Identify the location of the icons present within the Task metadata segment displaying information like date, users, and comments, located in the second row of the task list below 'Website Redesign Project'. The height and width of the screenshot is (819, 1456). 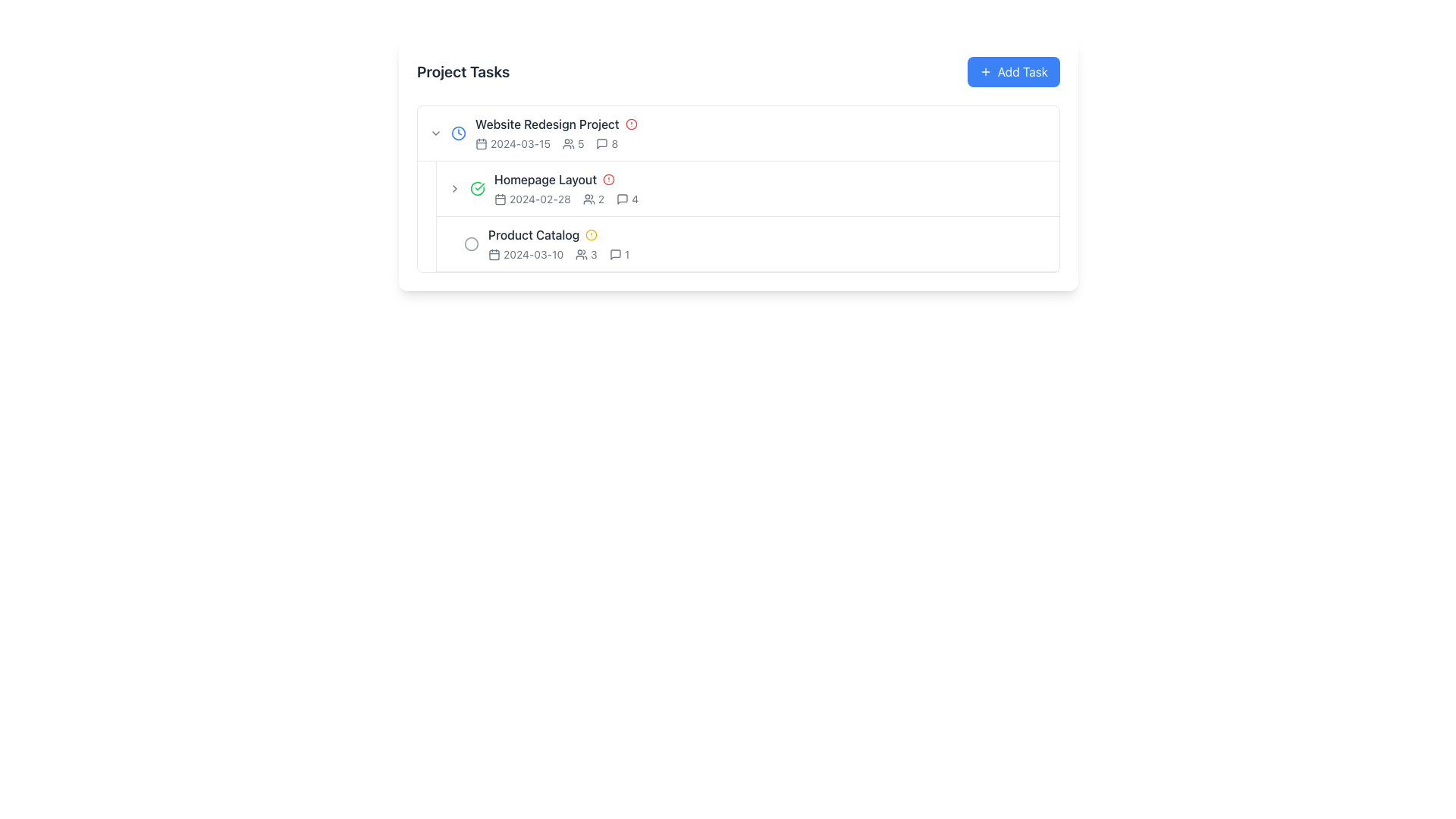
(772, 198).